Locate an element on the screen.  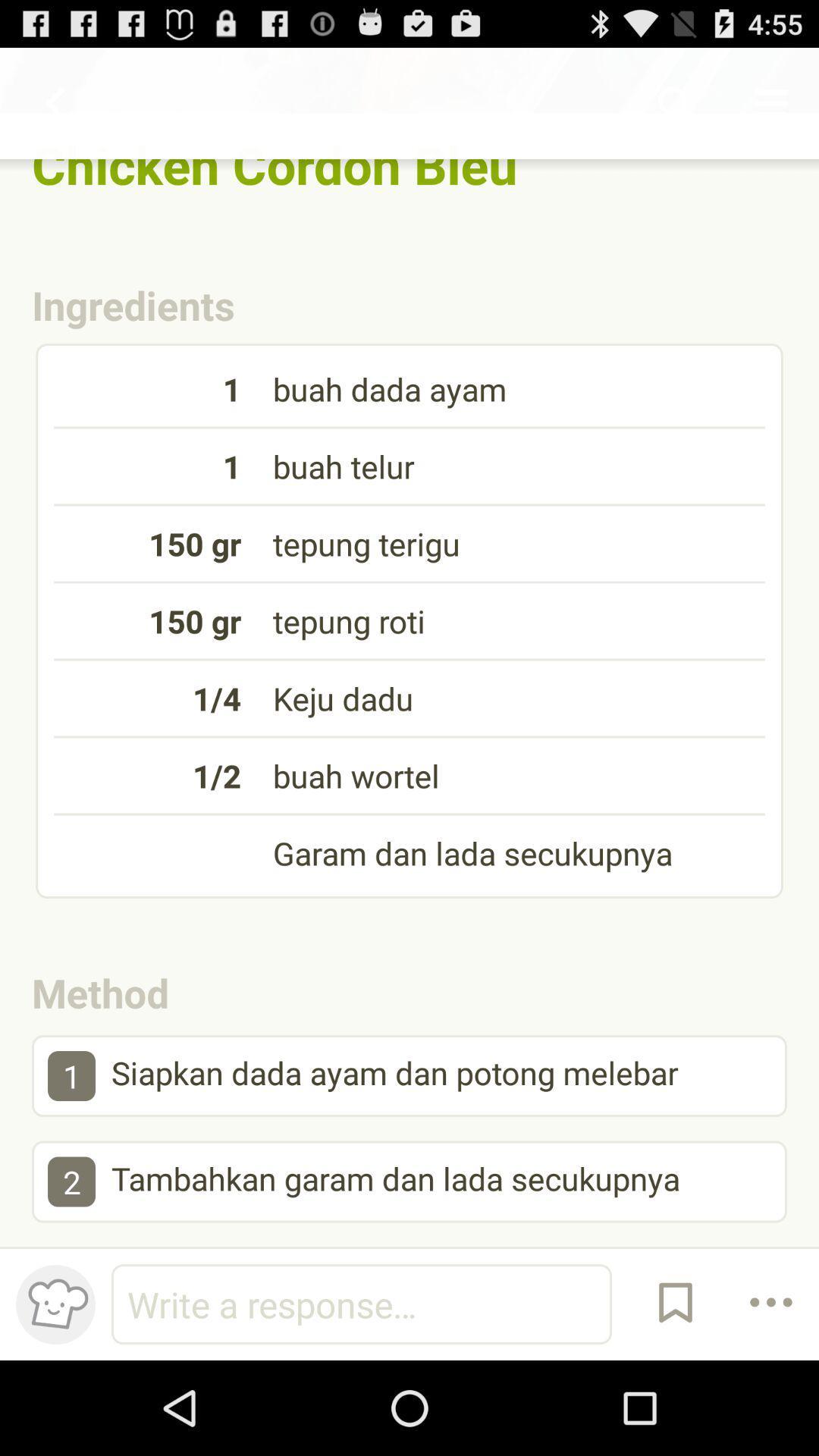
the more icon is located at coordinates (771, 1395).